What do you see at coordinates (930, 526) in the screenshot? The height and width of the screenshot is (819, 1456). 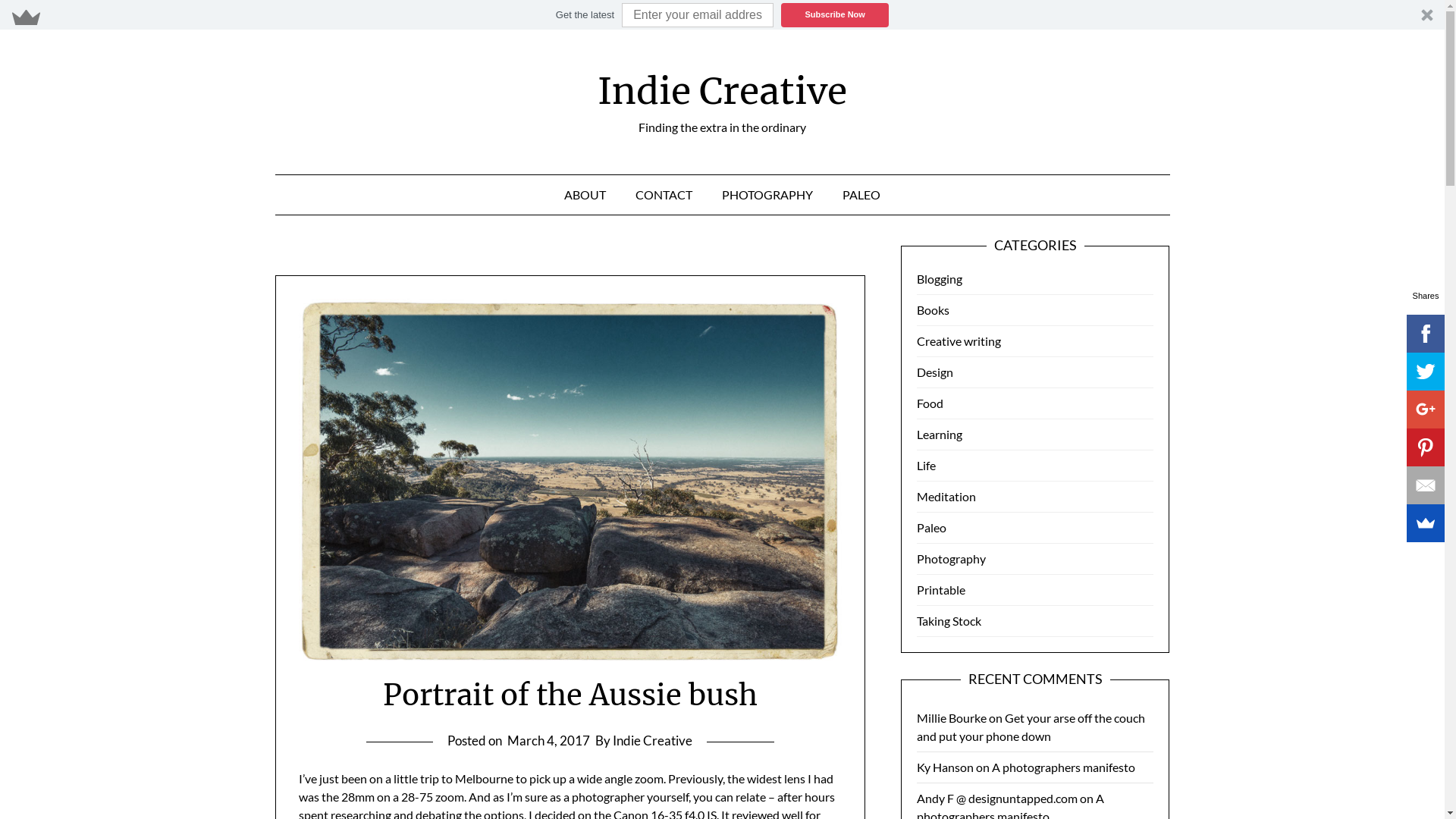 I see `'Paleo'` at bounding box center [930, 526].